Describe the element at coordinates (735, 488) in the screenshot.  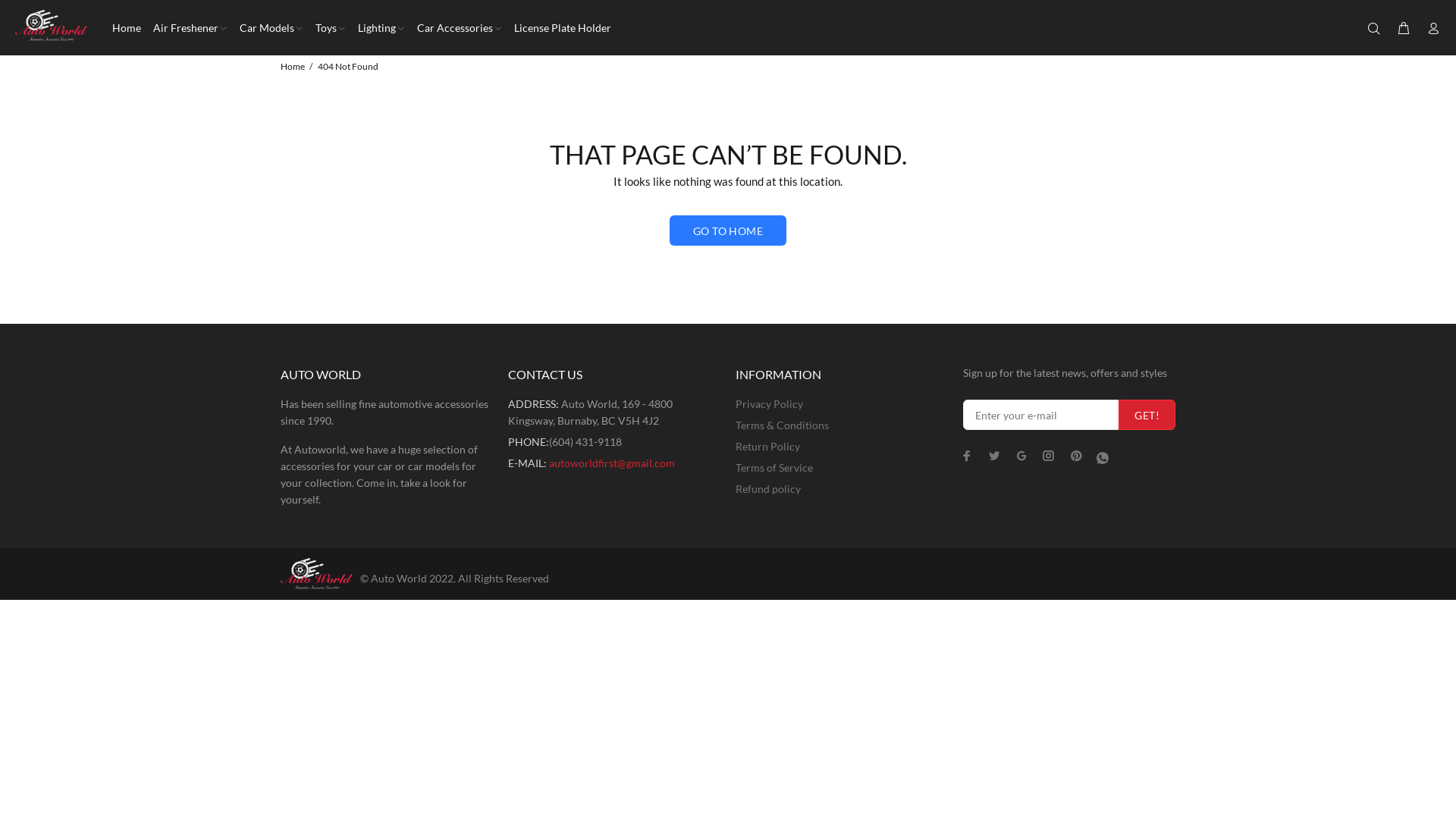
I see `'Refund policy'` at that location.